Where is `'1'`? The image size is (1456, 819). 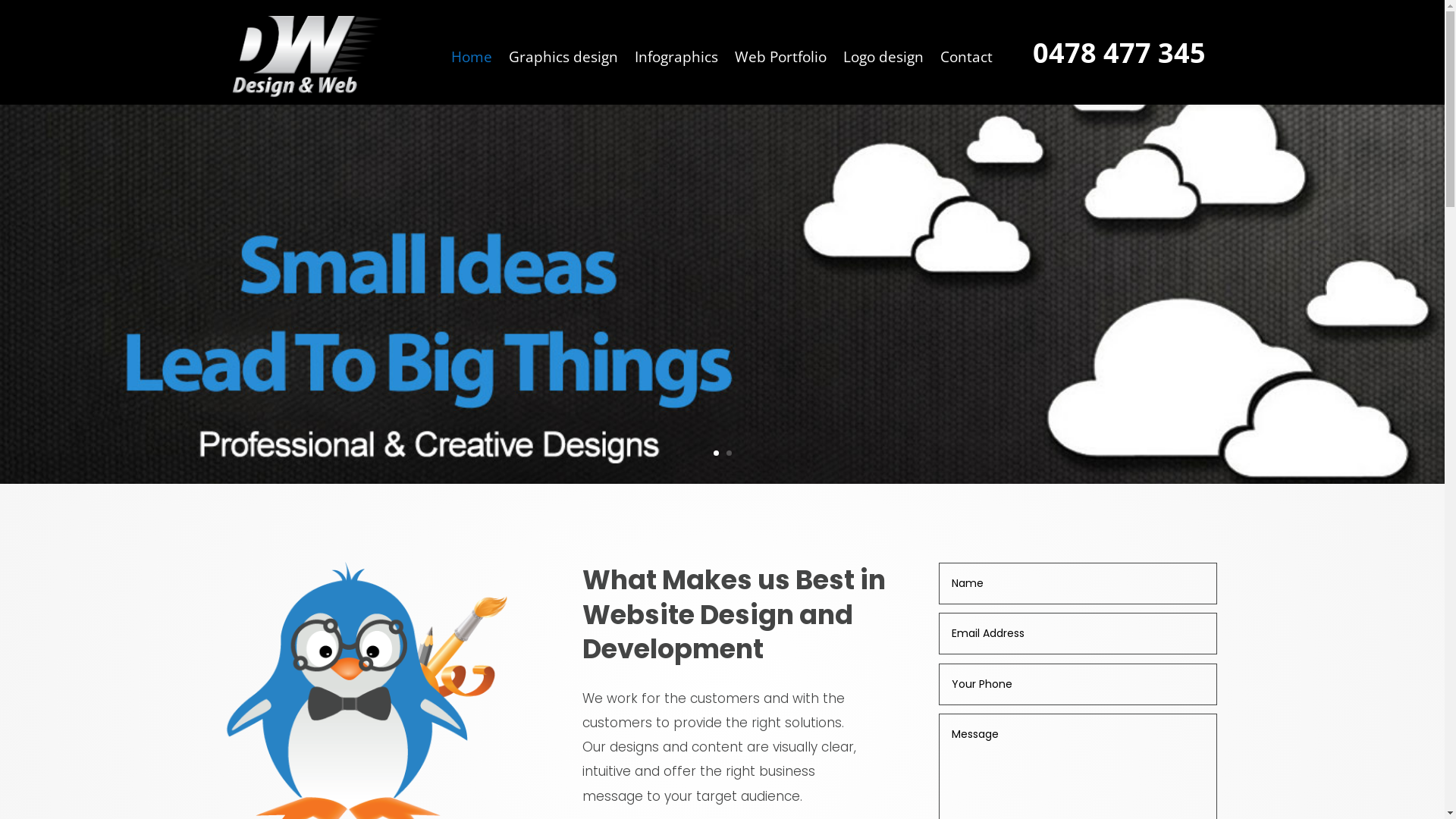 '1' is located at coordinates (714, 452).